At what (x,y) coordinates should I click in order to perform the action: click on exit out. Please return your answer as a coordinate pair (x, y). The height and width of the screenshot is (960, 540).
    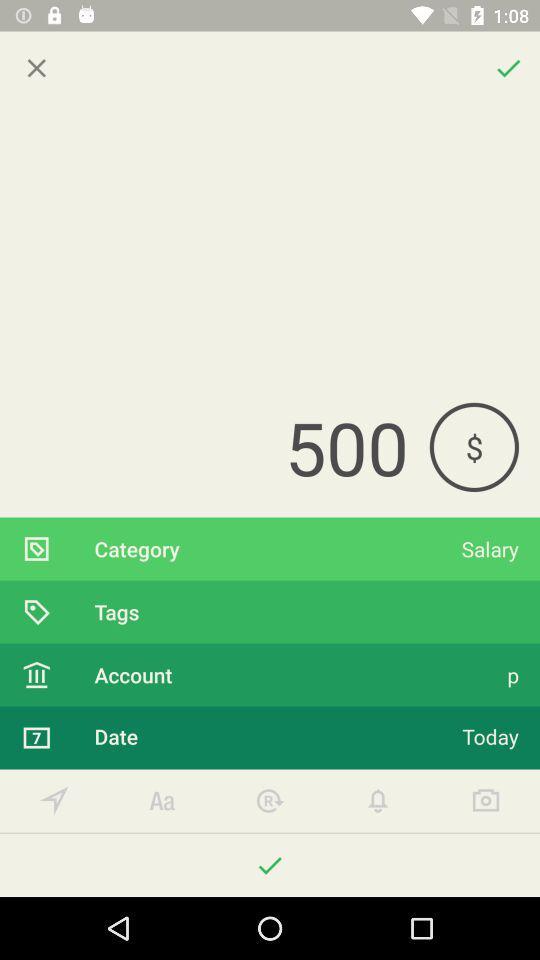
    Looking at the image, I should click on (36, 68).